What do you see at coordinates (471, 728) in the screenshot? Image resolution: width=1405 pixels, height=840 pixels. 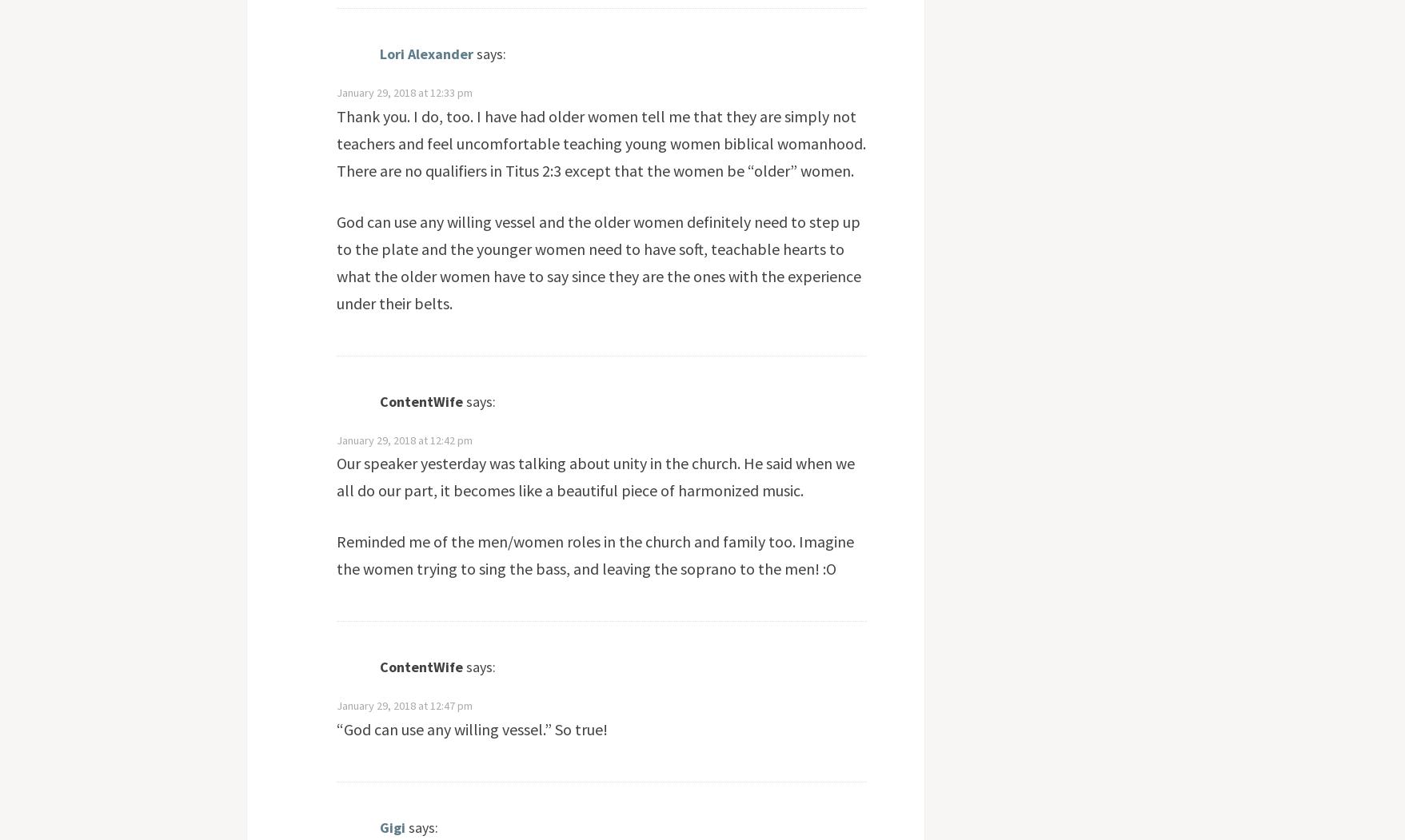 I see `'“God can use any willing vessel.” So true!'` at bounding box center [471, 728].